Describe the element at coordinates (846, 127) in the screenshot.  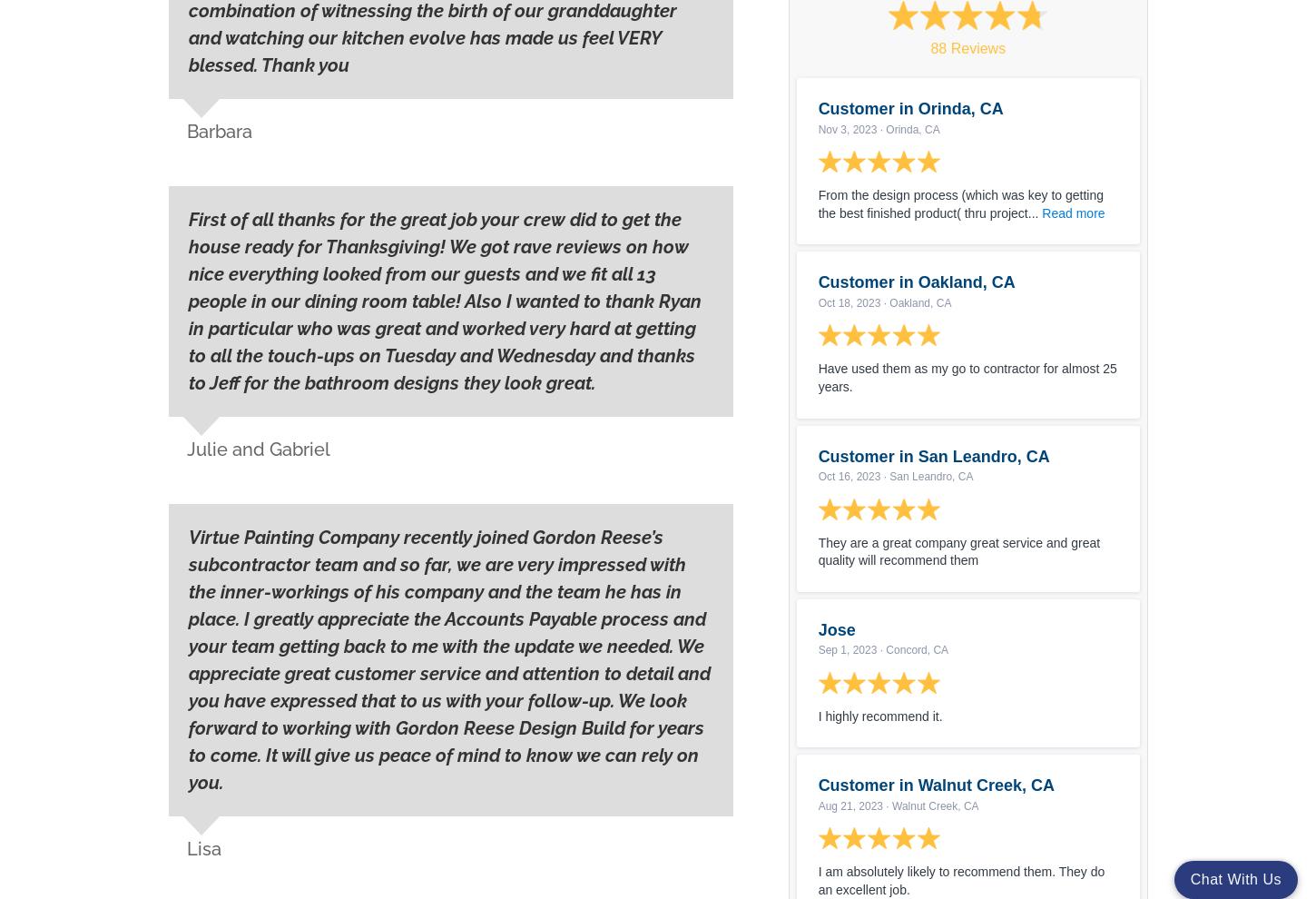
I see `'Nov 3, 2023'` at that location.